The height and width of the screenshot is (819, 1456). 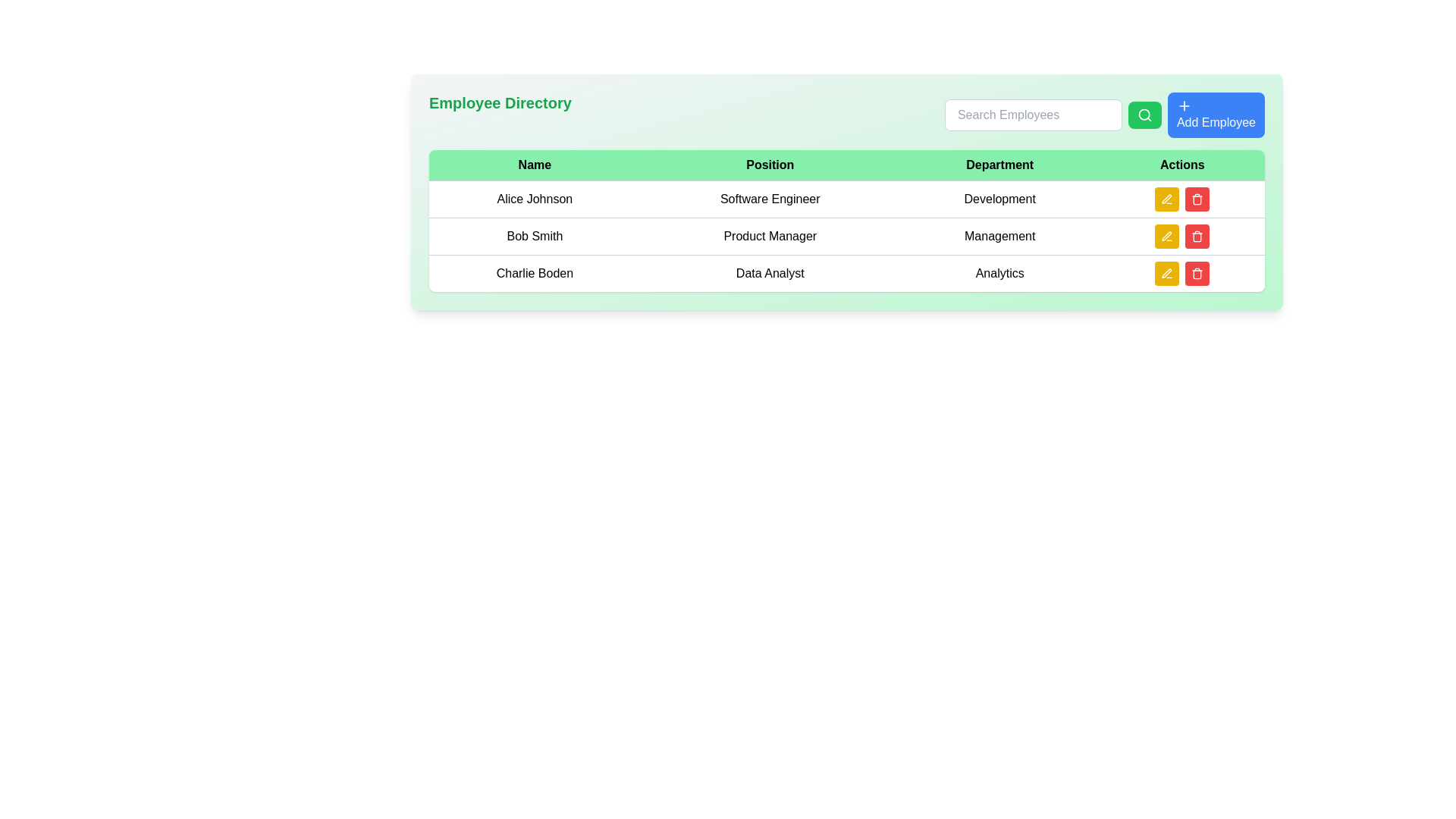 What do you see at coordinates (1166, 274) in the screenshot?
I see `the 'Edit' icon within the yellow button in the 'Actions' column of the last row, corresponding to 'Charlie Boden's' entry` at bounding box center [1166, 274].